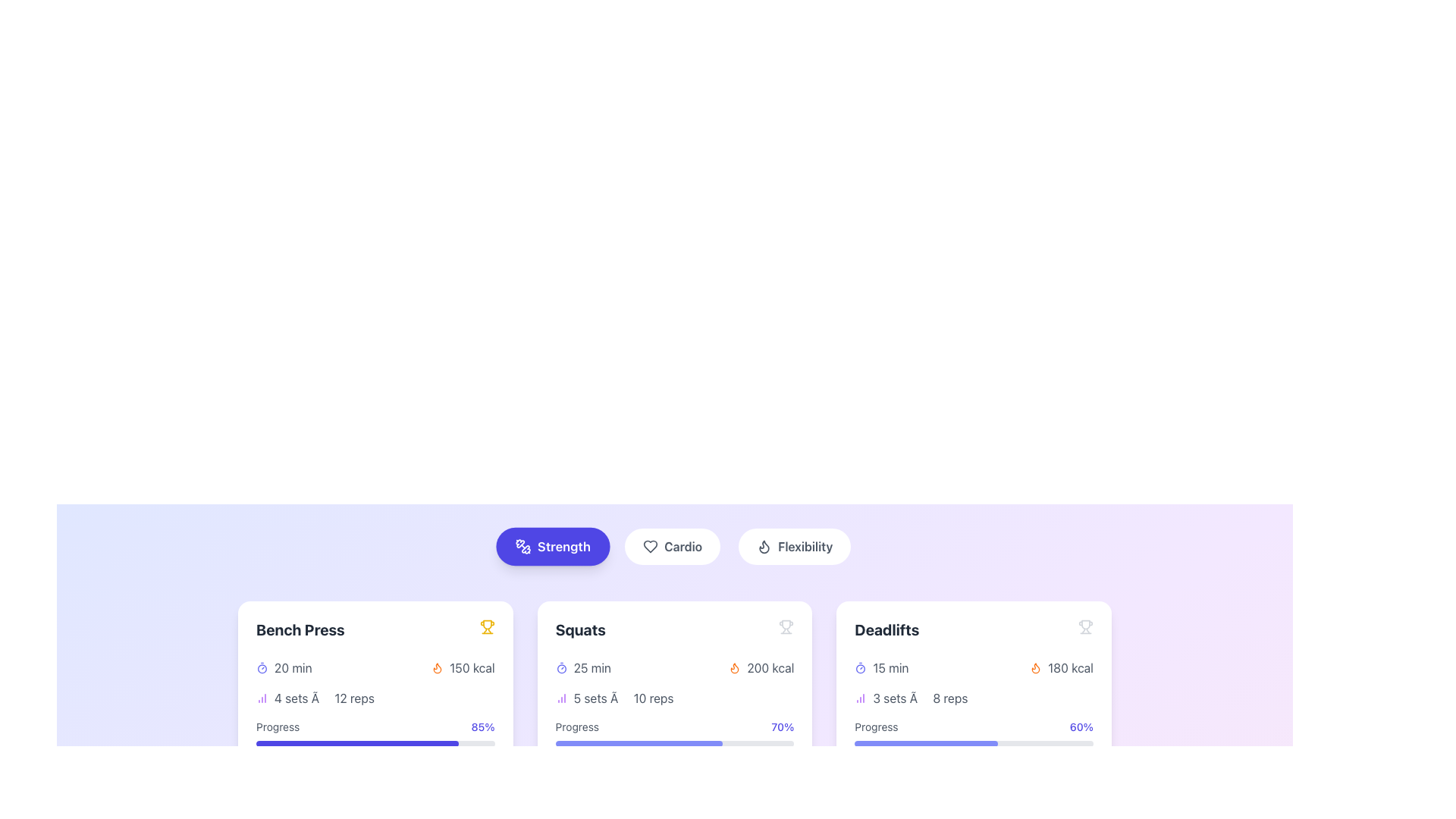 The height and width of the screenshot is (819, 1456). I want to click on the circular outline icon within the timer icon located in the upper right corner of the 'Deadlifts' card in the Strength section of the fitness application interface, so click(861, 668).